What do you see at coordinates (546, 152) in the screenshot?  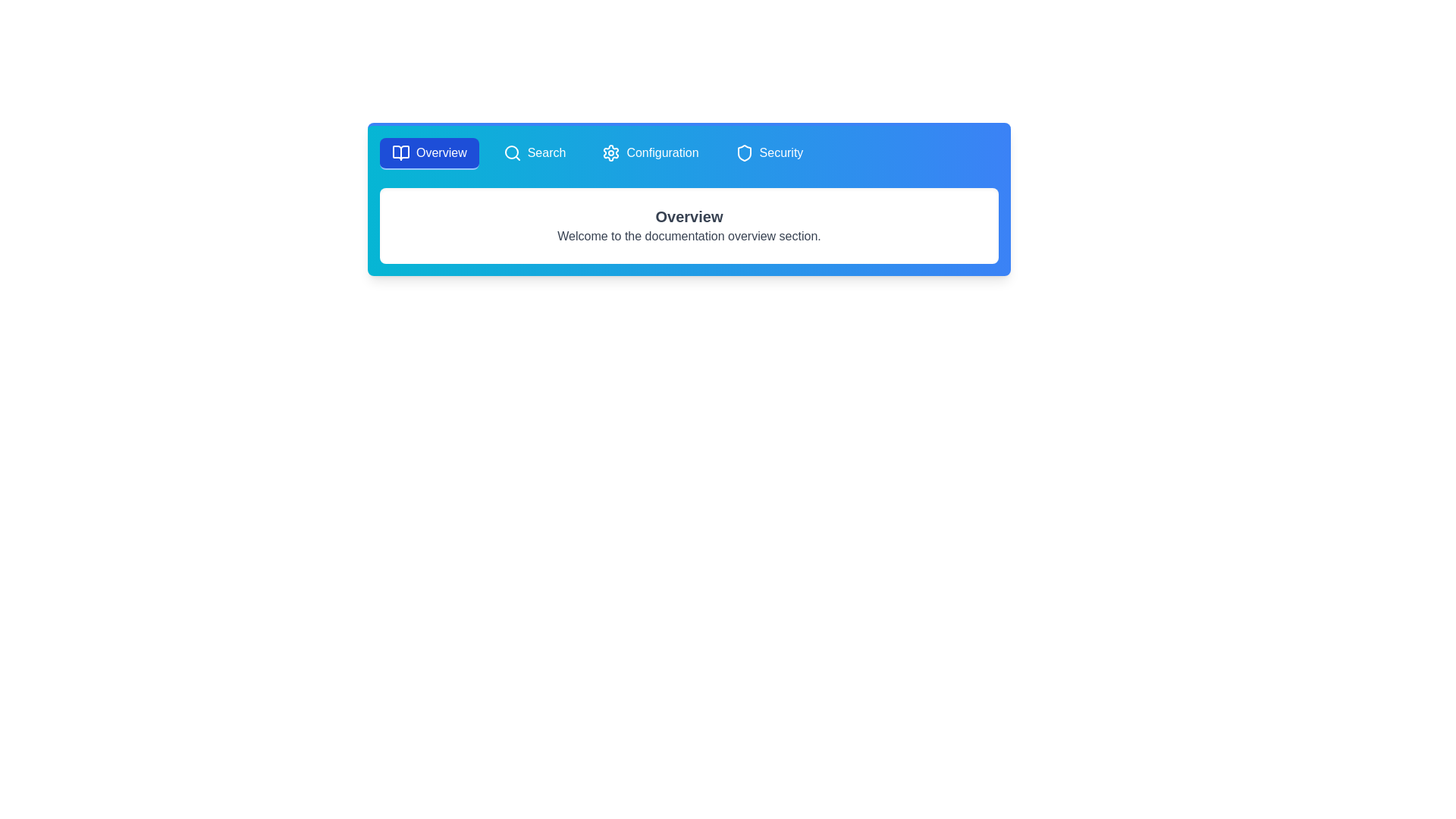 I see `the 'Search' text label located in the navigation menu, which serves as a visual indicator for the search functionality` at bounding box center [546, 152].